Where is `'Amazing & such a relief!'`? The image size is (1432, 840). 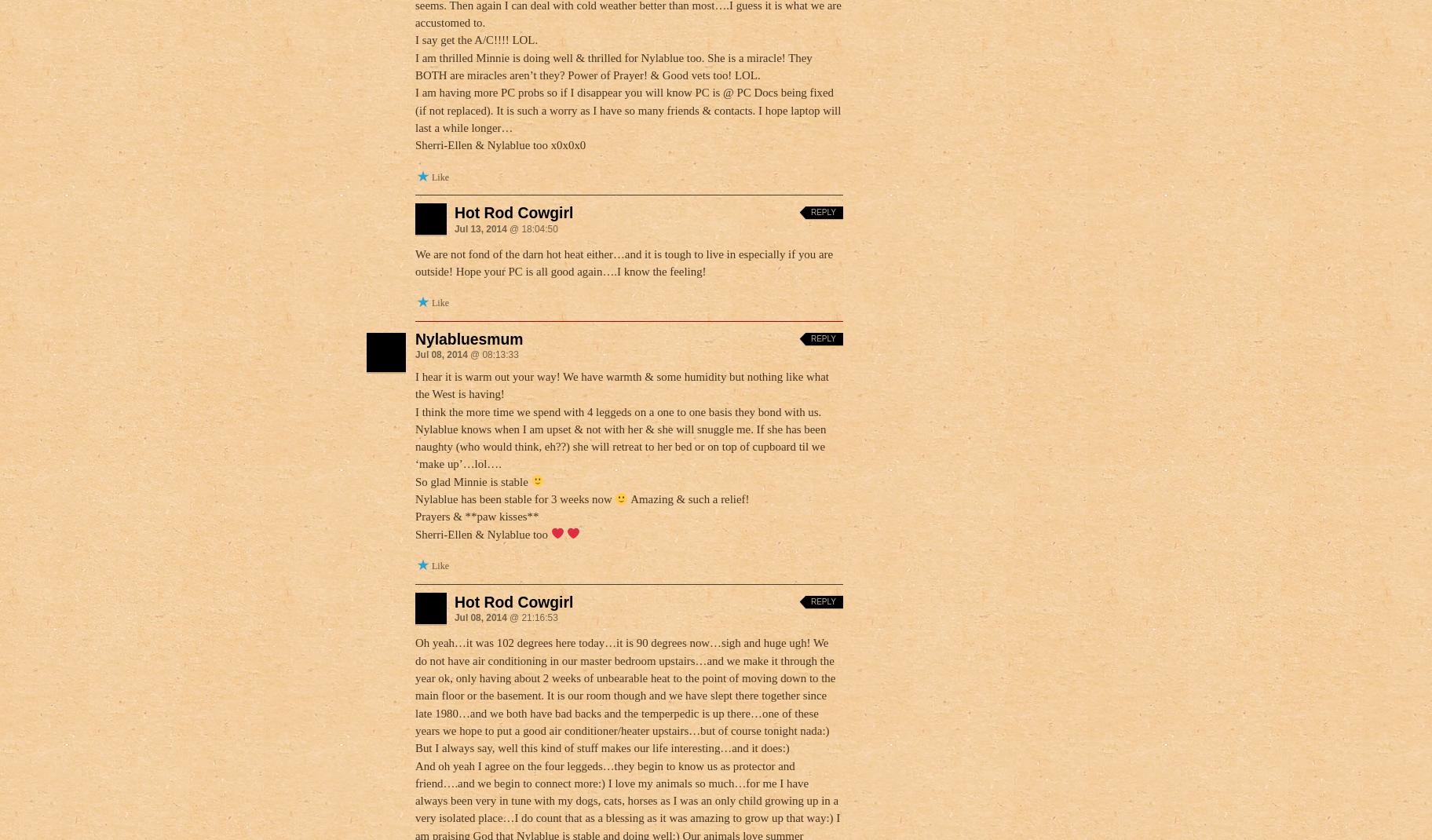
'Amazing & such a relief!' is located at coordinates (688, 499).